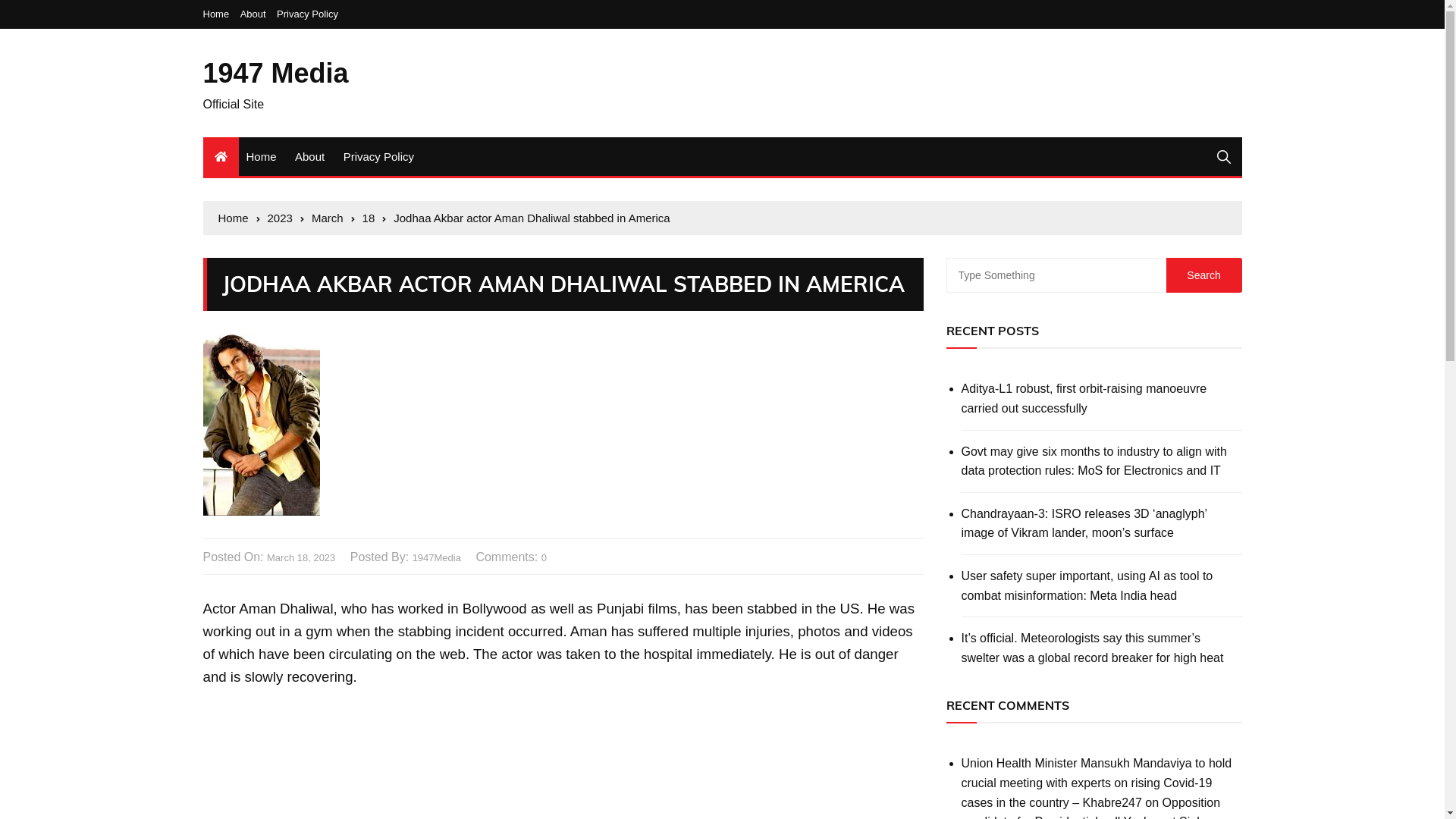 This screenshot has width=1456, height=819. What do you see at coordinates (276, 73) in the screenshot?
I see `'1947 Media'` at bounding box center [276, 73].